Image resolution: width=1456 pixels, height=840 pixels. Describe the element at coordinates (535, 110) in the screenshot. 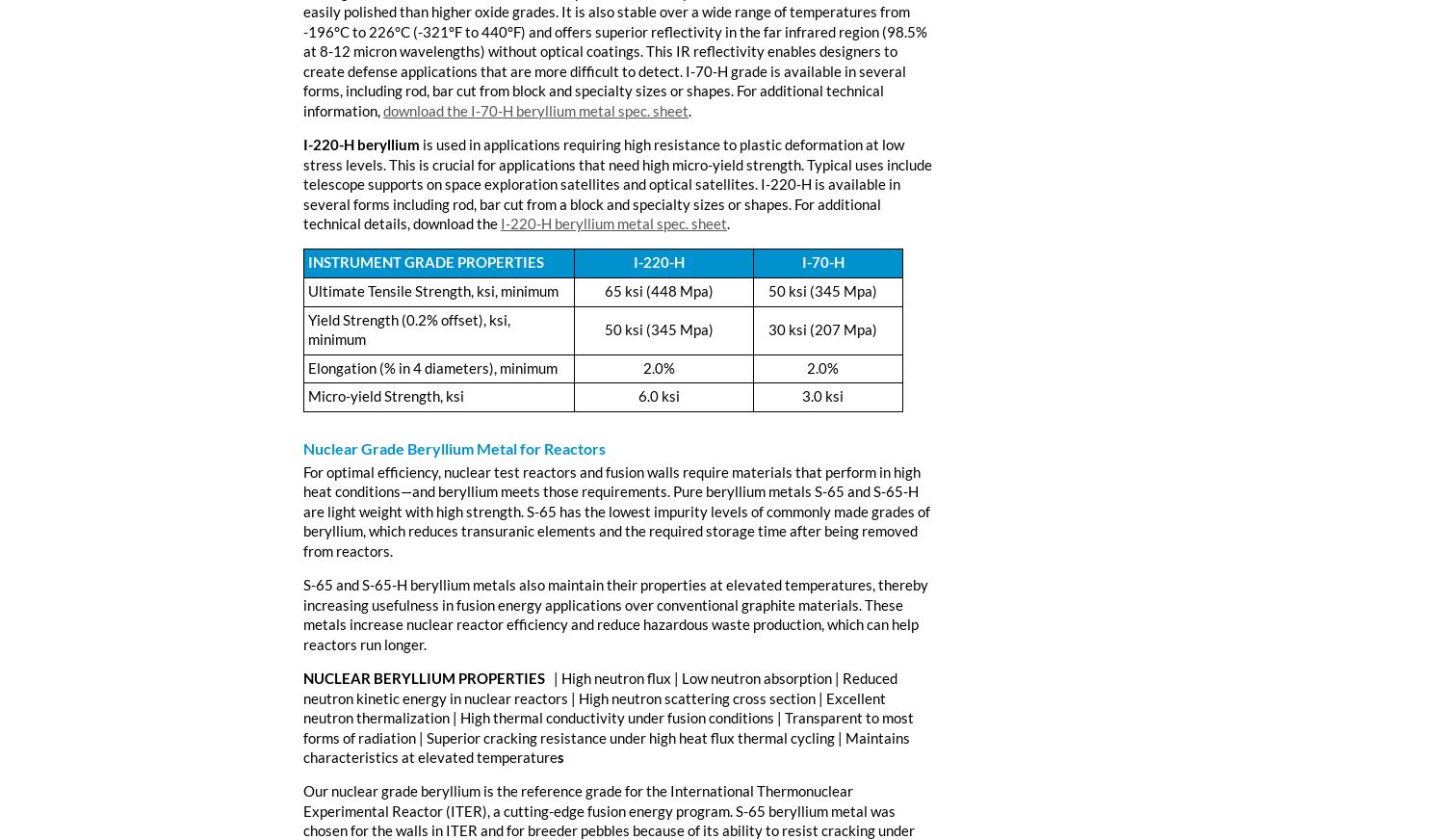

I see `'download the I-70-H beryllium metal spec. sheet'` at that location.